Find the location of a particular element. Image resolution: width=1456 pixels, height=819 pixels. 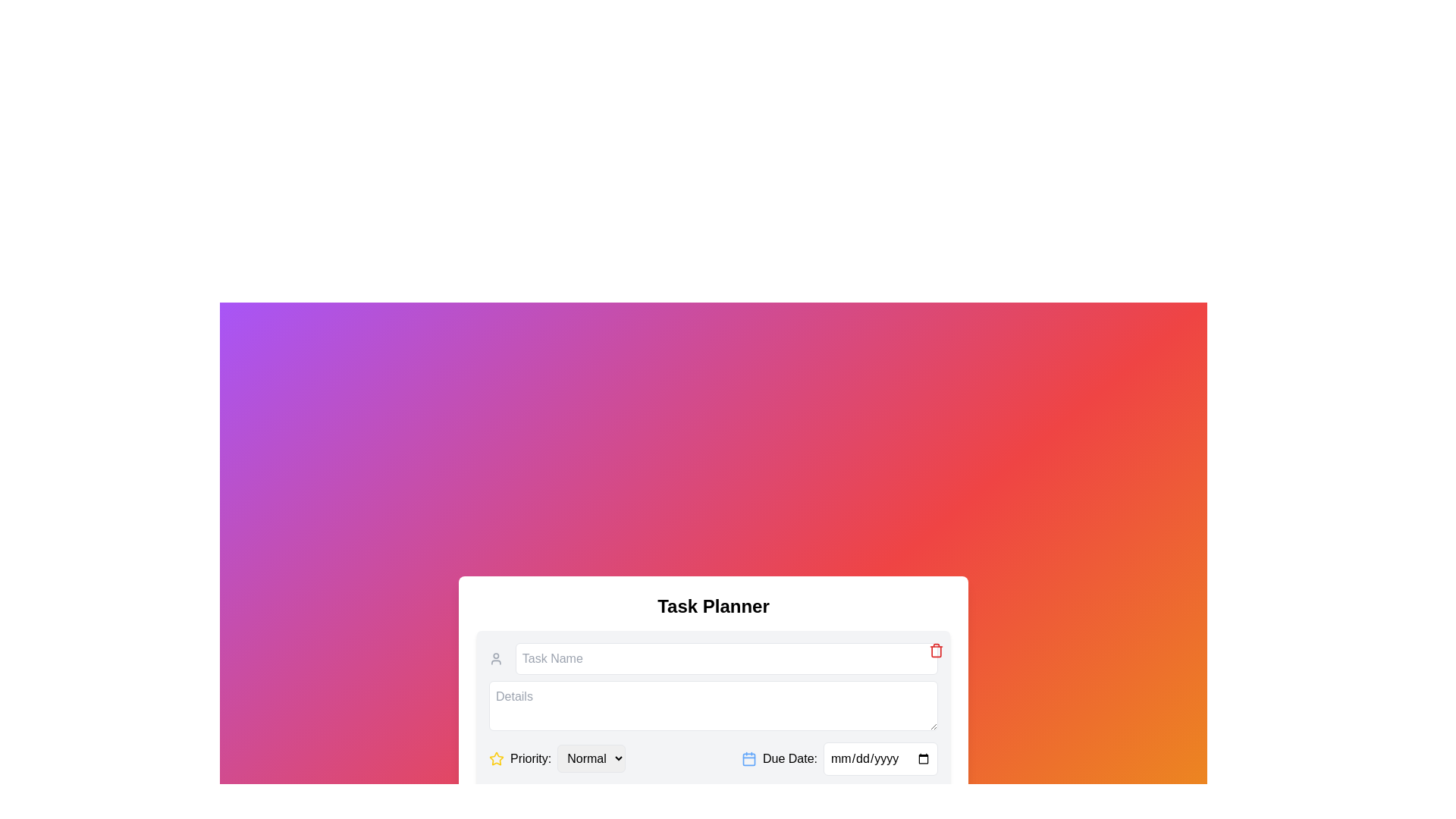

the Date input field located in the lower right section of the form is located at coordinates (839, 758).